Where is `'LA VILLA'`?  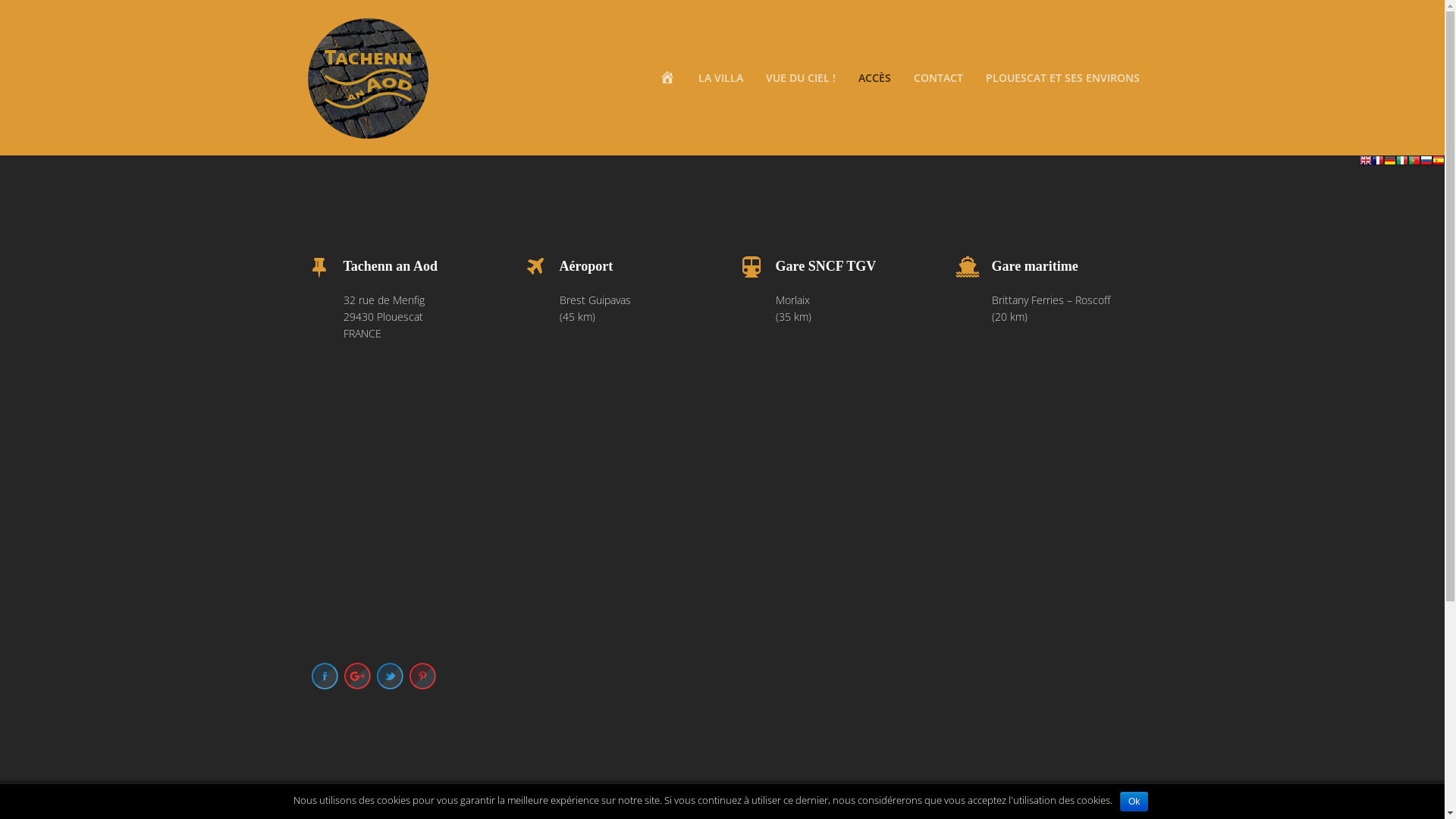
'LA VILLA' is located at coordinates (719, 77).